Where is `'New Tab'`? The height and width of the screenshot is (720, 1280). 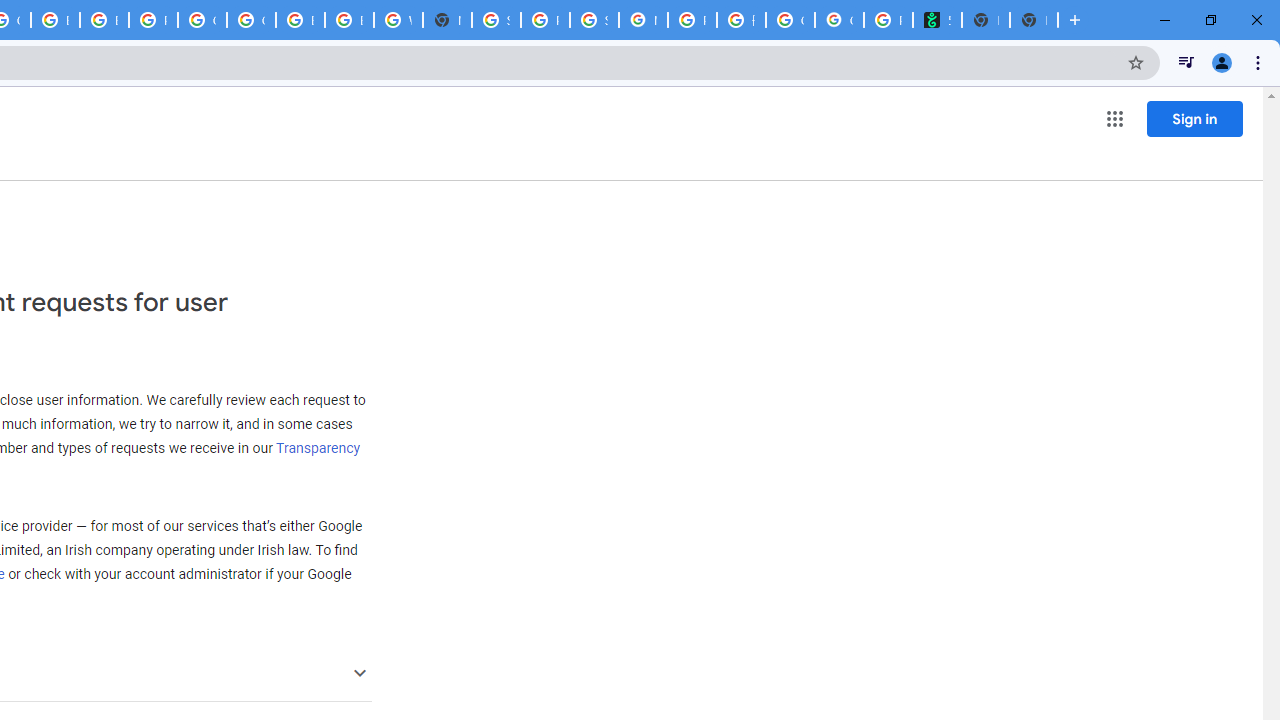 'New Tab' is located at coordinates (1034, 20).